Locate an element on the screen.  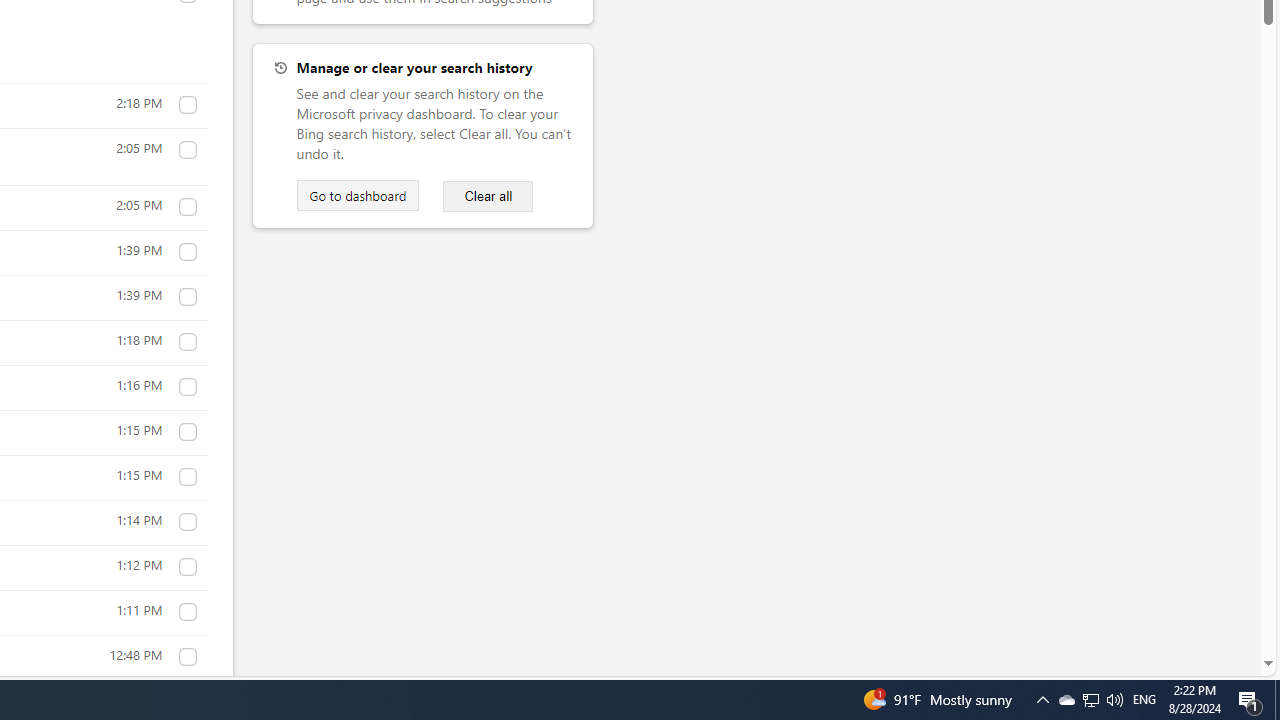
'Clear your search history' is located at coordinates (488, 196).